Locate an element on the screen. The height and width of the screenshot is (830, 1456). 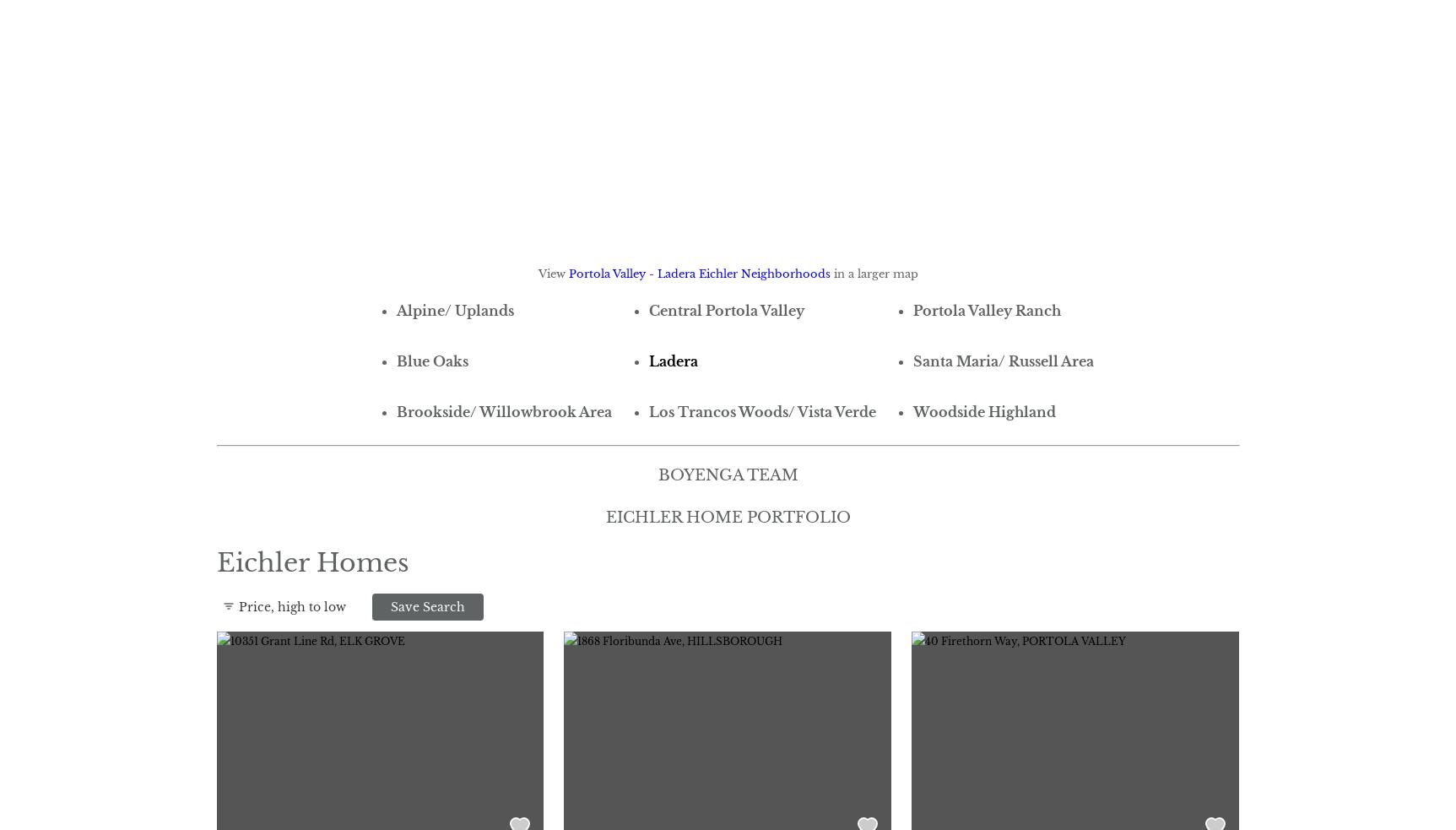
'Portola Valley Ranch' is located at coordinates (986, 308).